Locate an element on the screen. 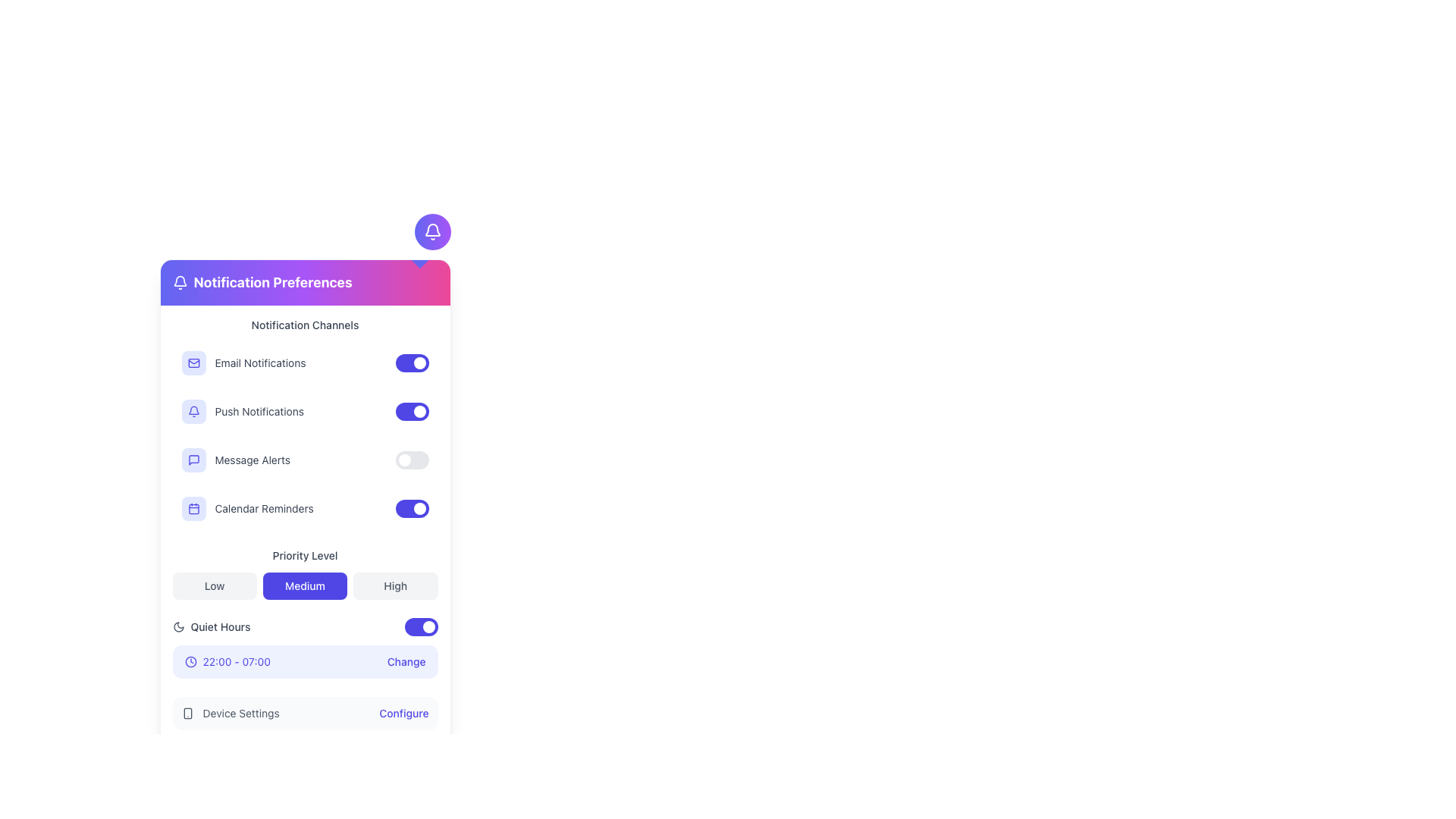 The height and width of the screenshot is (819, 1456). the toggle switch in the 'Quiet Hours' section to change its state from ON to OFF or OFF to ON is located at coordinates (421, 626).